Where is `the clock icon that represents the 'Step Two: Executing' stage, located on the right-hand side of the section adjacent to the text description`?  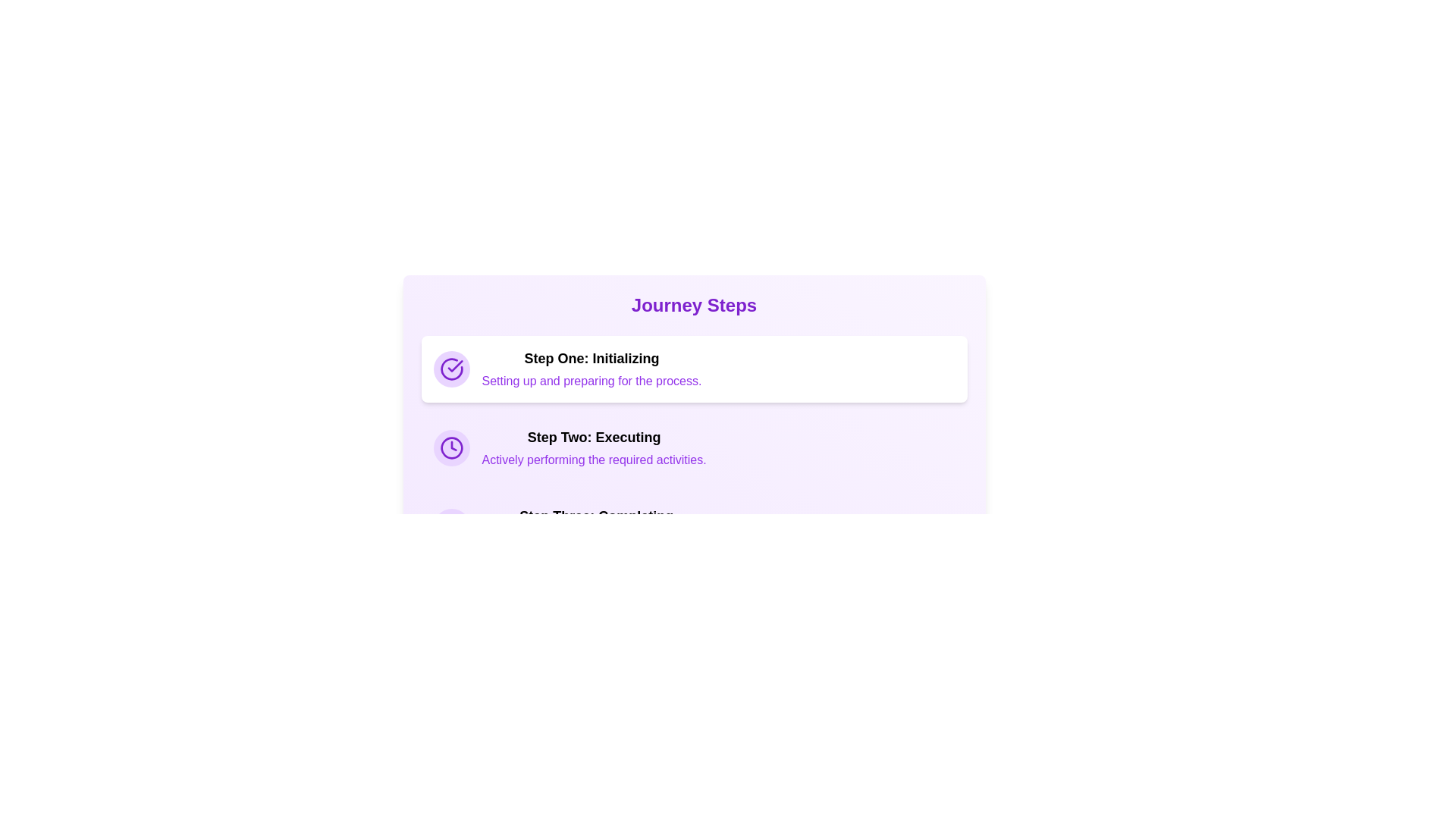
the clock icon that represents the 'Step Two: Executing' stage, located on the right-hand side of the section adjacent to the text description is located at coordinates (450, 447).